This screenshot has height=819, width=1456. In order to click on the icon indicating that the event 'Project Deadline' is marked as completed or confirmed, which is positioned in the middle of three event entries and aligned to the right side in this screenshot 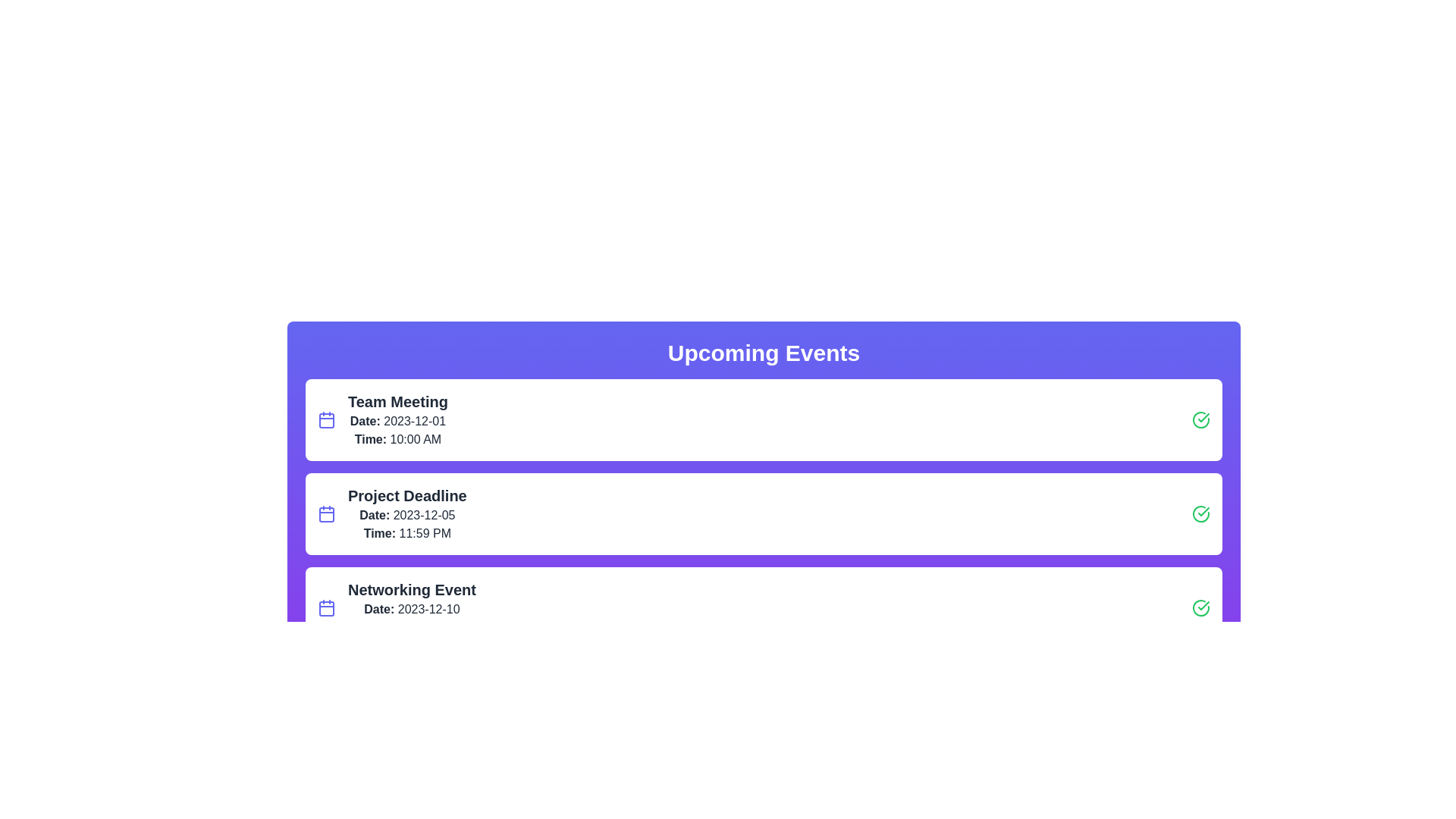, I will do `click(1200, 513)`.